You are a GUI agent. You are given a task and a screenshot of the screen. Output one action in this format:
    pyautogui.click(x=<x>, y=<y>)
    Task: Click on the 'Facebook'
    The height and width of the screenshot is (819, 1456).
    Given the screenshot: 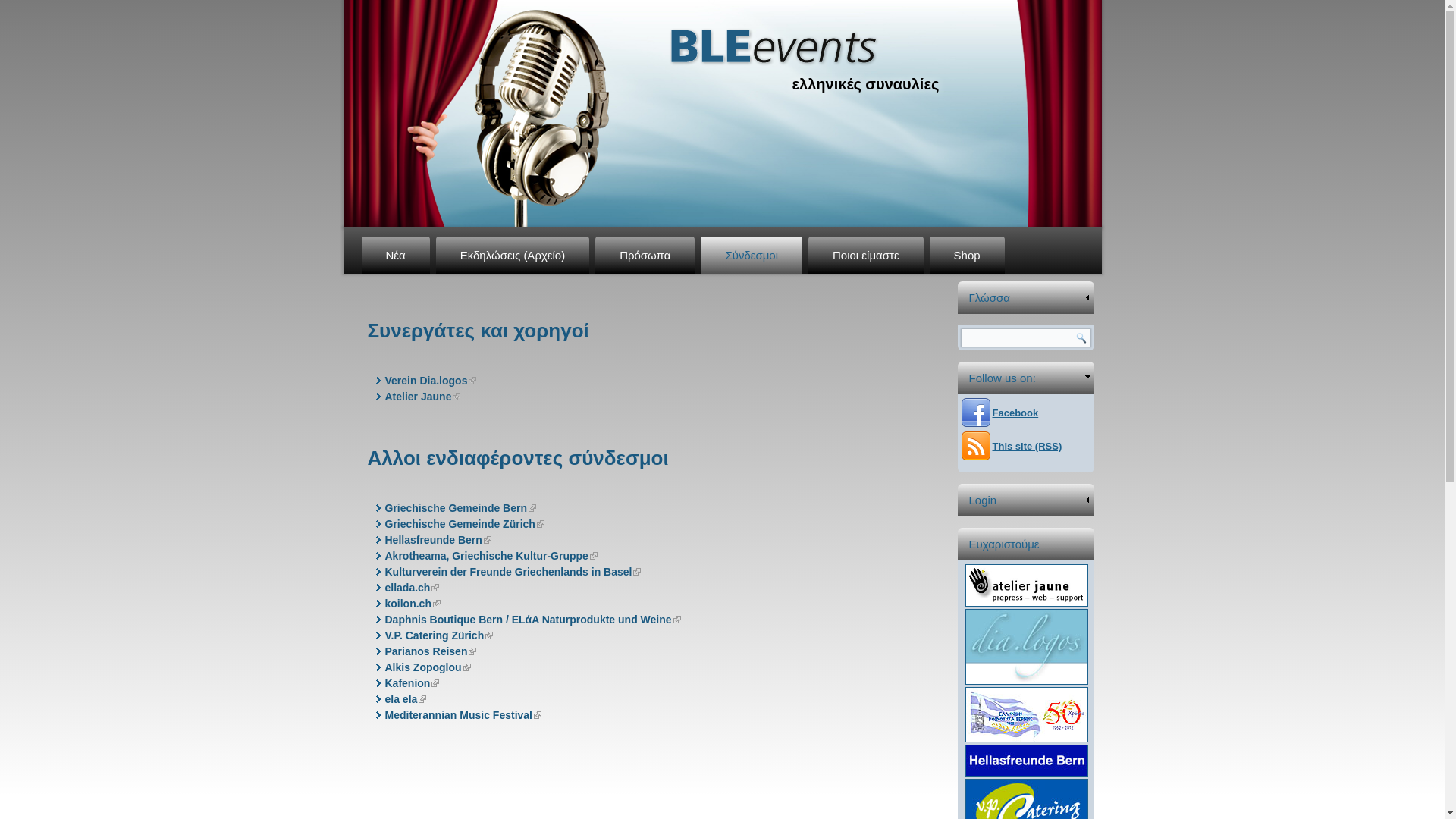 What is the action you would take?
    pyautogui.click(x=1002, y=415)
    